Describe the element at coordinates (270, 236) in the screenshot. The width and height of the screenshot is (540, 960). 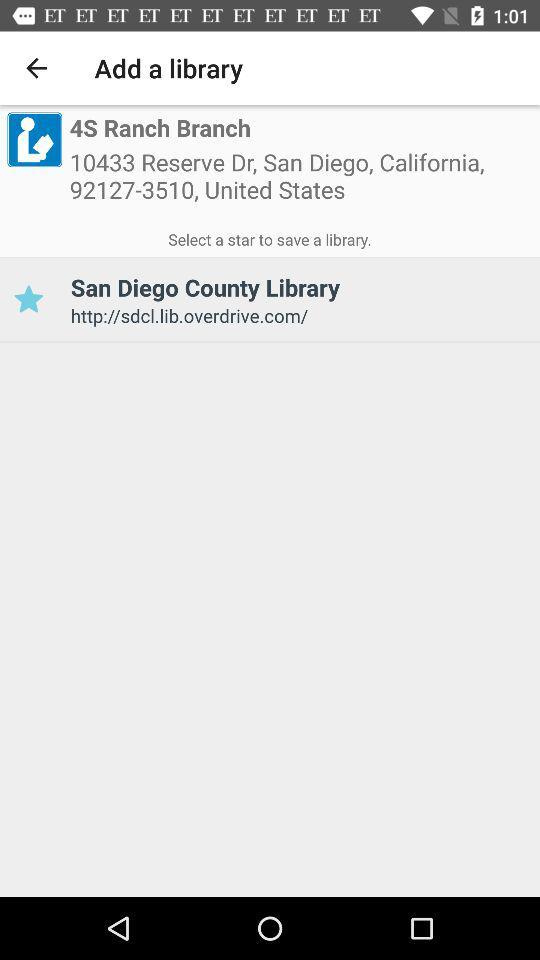
I see `item below 10433 reserve dr` at that location.